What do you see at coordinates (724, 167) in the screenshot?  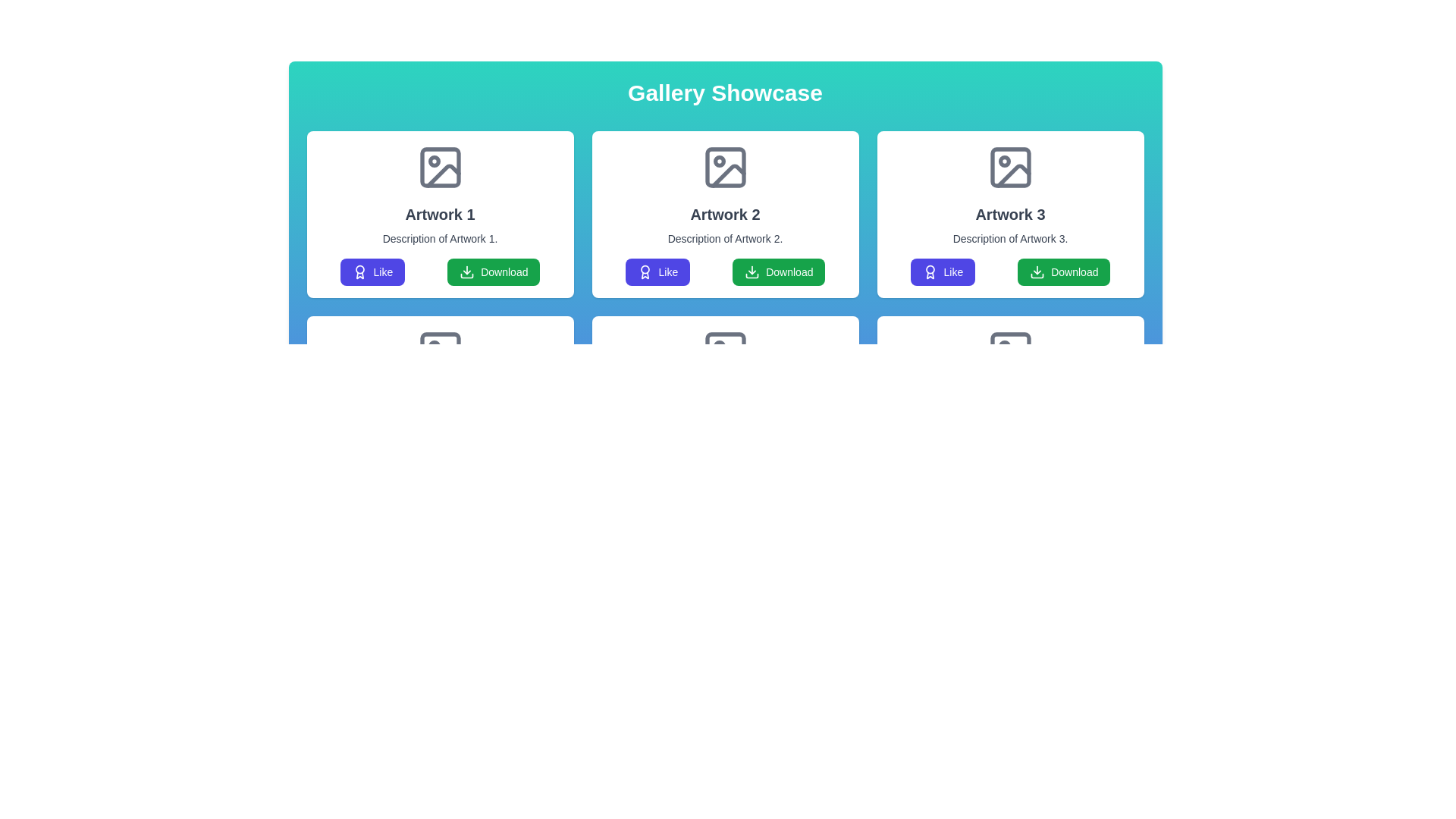 I see `the gray icon with a stylized image located at the top-center of the second card labeled 'Artwork 2' in the grid layout` at bounding box center [724, 167].